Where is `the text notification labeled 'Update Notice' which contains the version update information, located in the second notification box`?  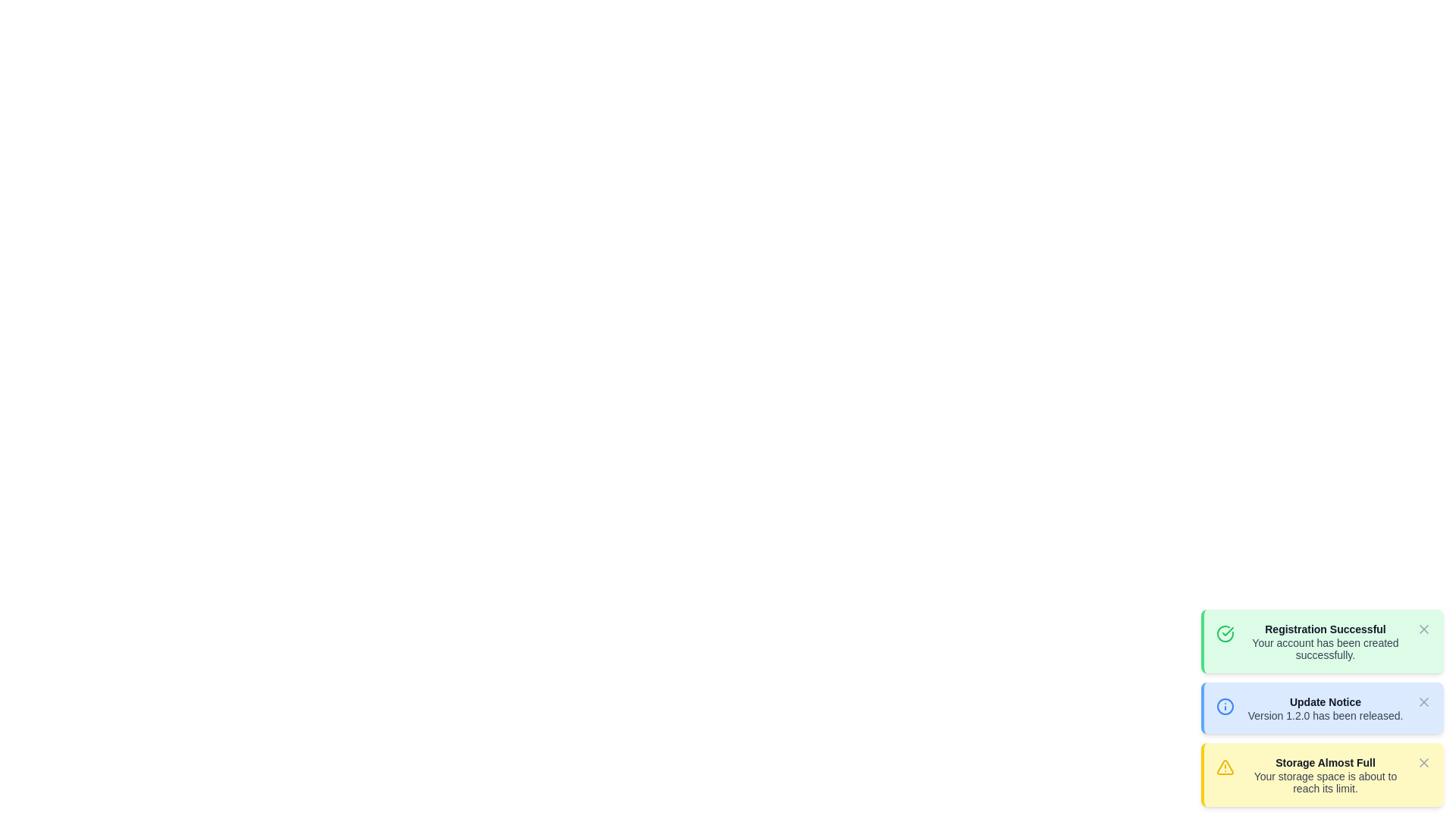 the text notification labeled 'Update Notice' which contains the version update information, located in the second notification box is located at coordinates (1324, 708).